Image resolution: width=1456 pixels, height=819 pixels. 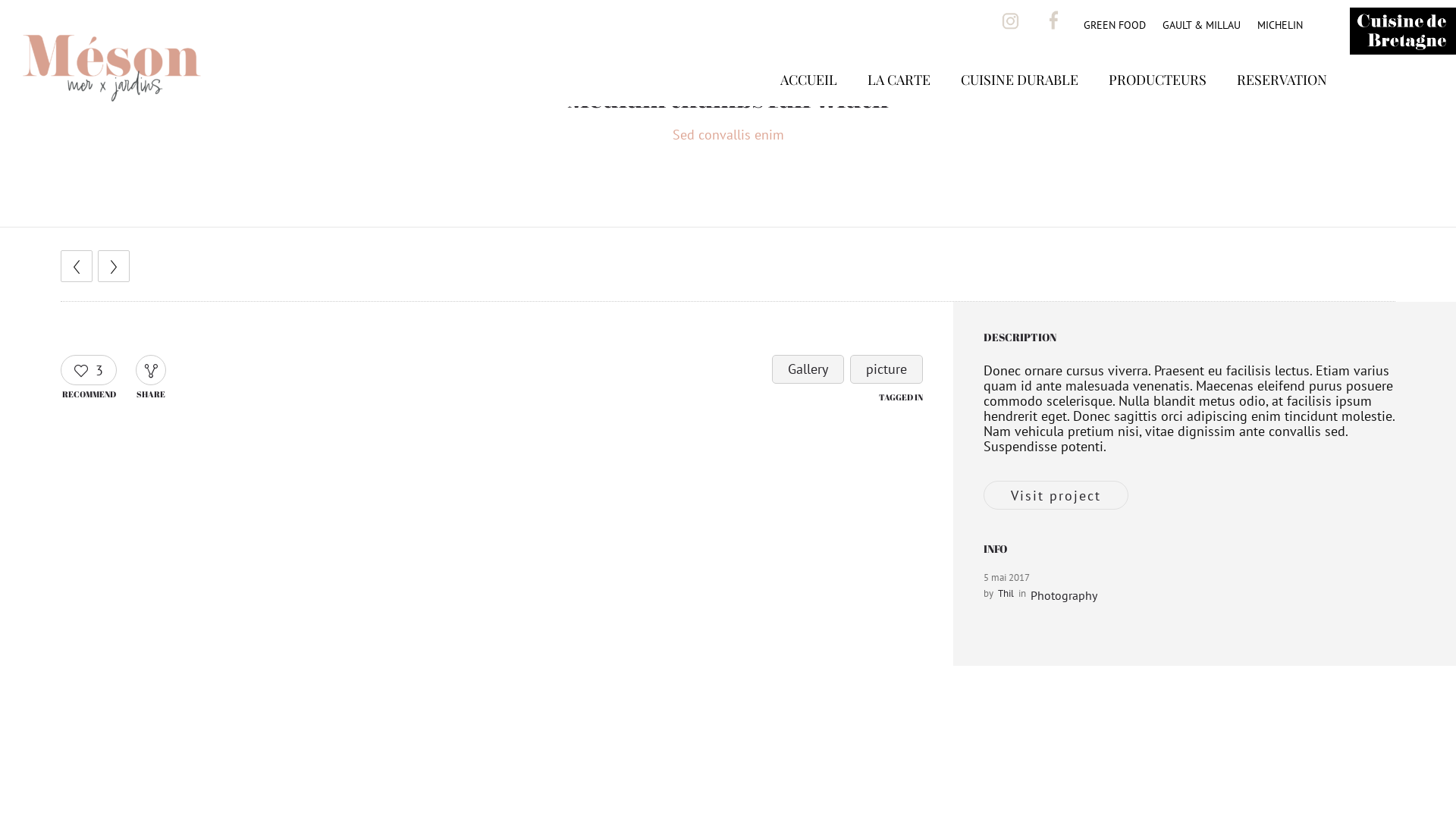 I want to click on 'PRODUCTEURS', so click(x=1156, y=102).